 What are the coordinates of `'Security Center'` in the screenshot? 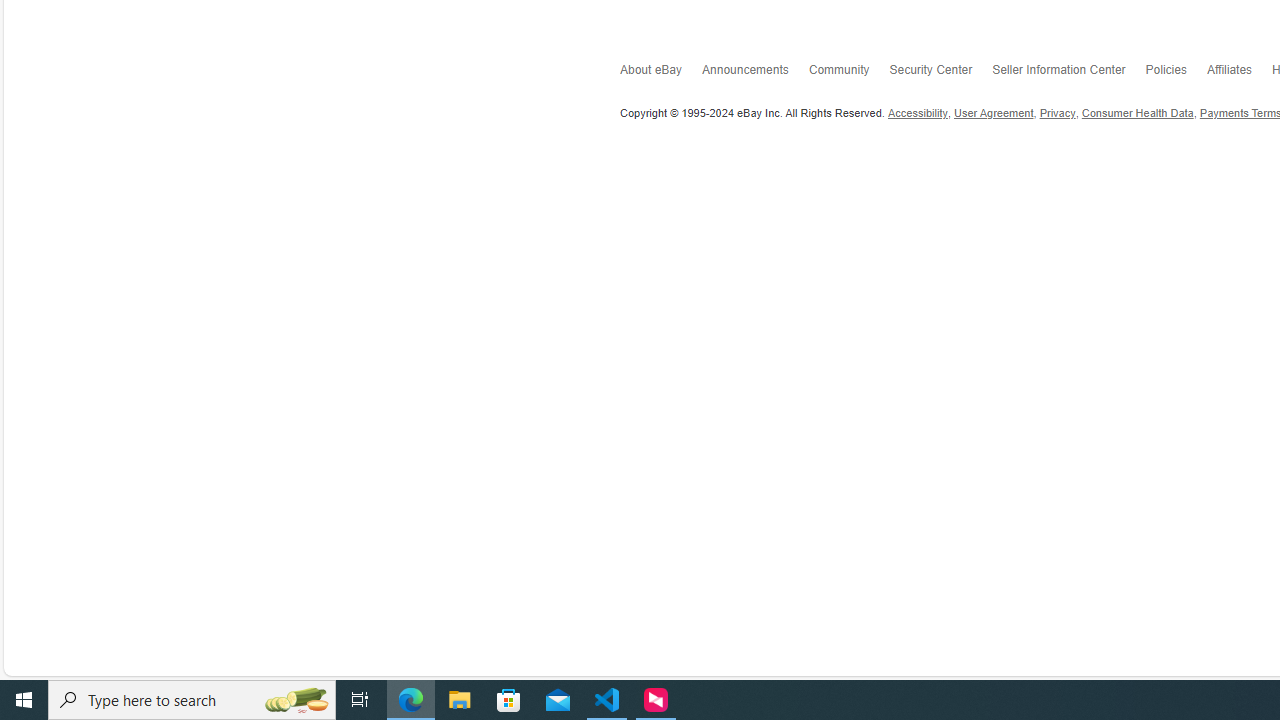 It's located at (940, 73).